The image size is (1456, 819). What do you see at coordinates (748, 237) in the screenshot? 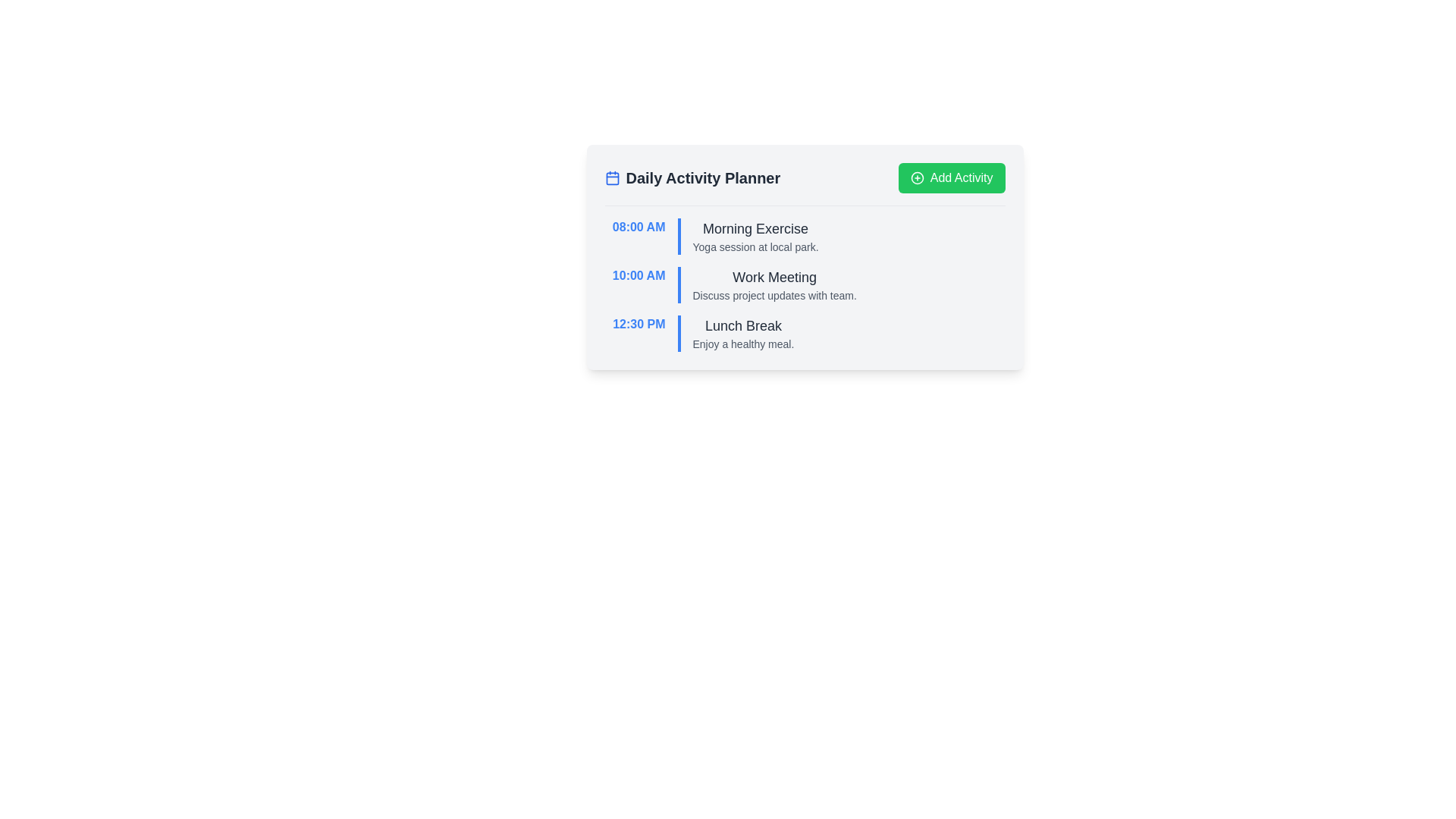
I see `the Text Display element that informs about the planned activity 'Morning Exercise', located in the second column next to '08:00 AM' and above '10:00 AM'` at bounding box center [748, 237].